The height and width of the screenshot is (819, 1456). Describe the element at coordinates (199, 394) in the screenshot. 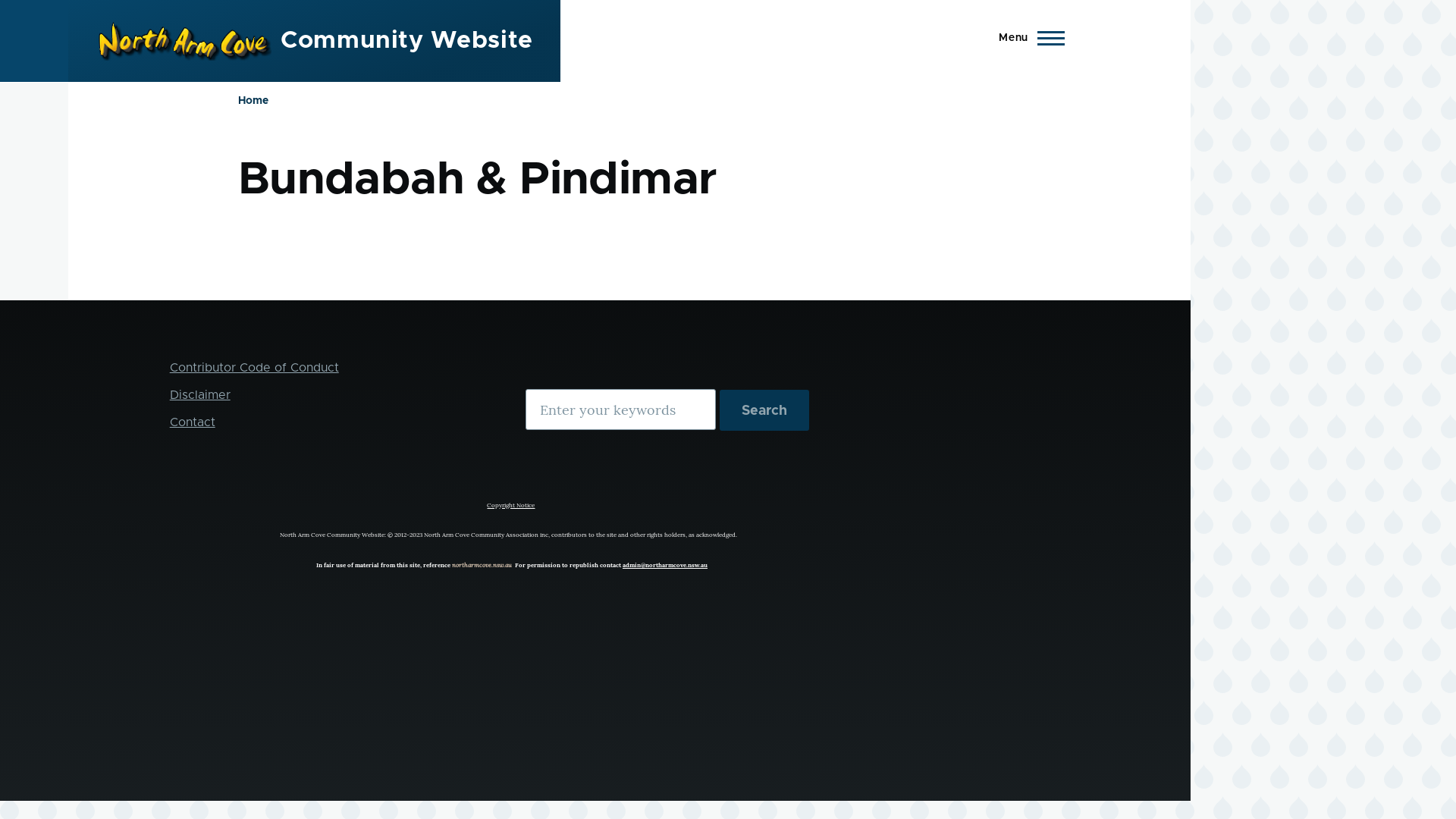

I see `'Disclaimer'` at that location.